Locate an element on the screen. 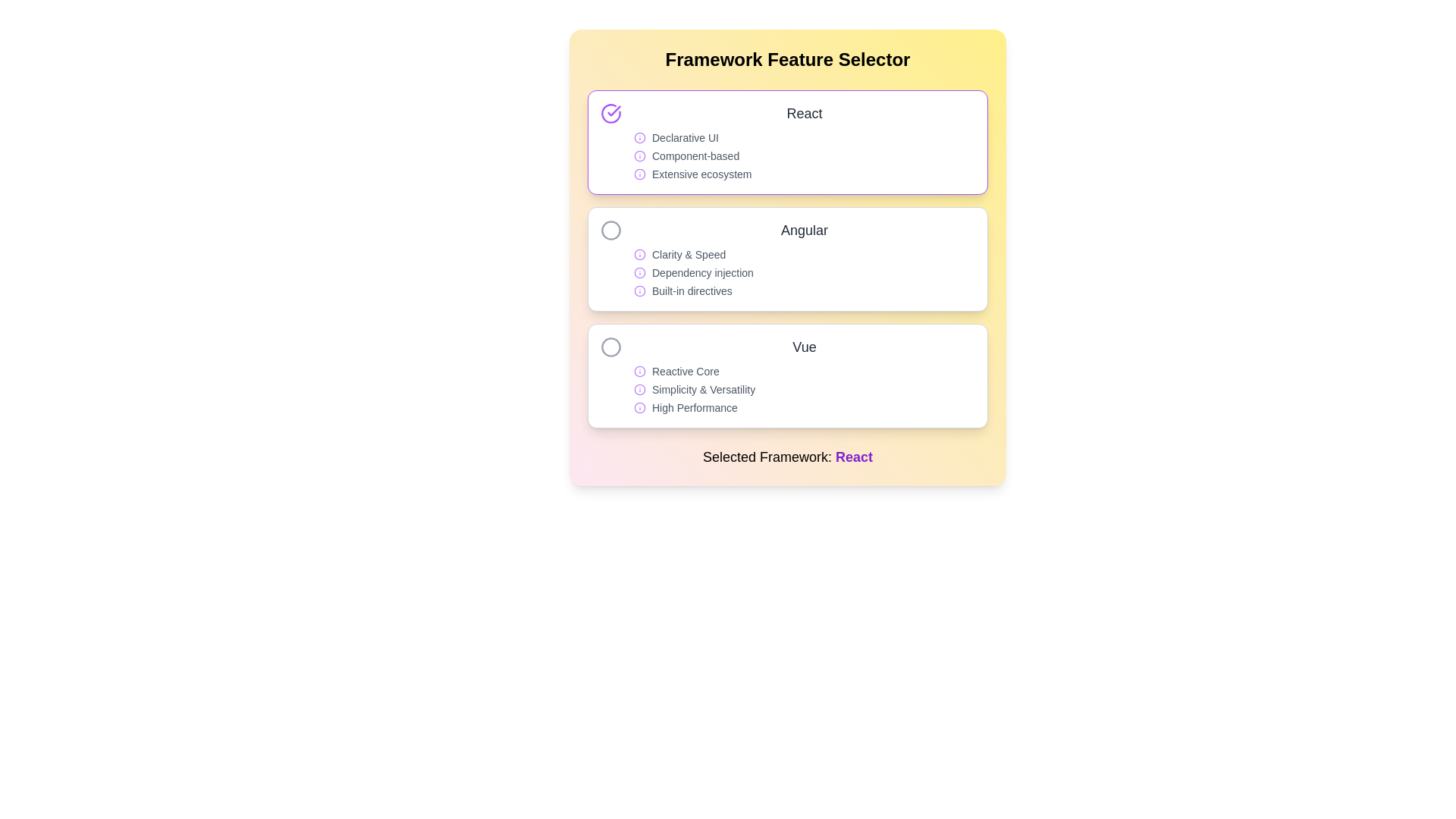 This screenshot has height=819, width=1456. the circular icon with a purple outline located next to the text 'Extensive ecosystem' in the React section of the Framework Feature Selector interface is located at coordinates (640, 174).